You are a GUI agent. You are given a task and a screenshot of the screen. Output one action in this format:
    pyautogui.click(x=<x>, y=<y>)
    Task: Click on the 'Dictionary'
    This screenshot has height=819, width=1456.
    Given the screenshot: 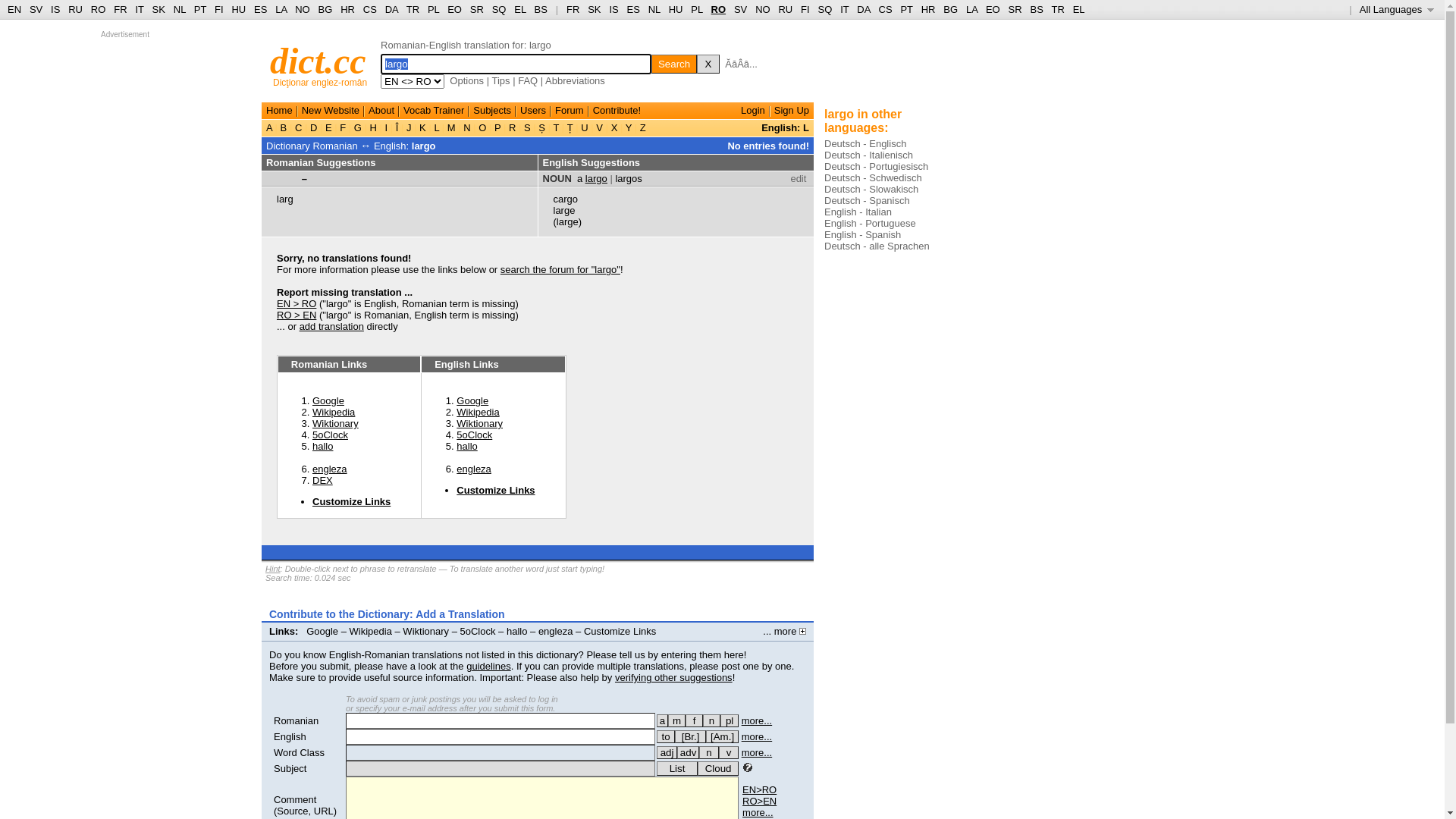 What is the action you would take?
    pyautogui.click(x=287, y=146)
    